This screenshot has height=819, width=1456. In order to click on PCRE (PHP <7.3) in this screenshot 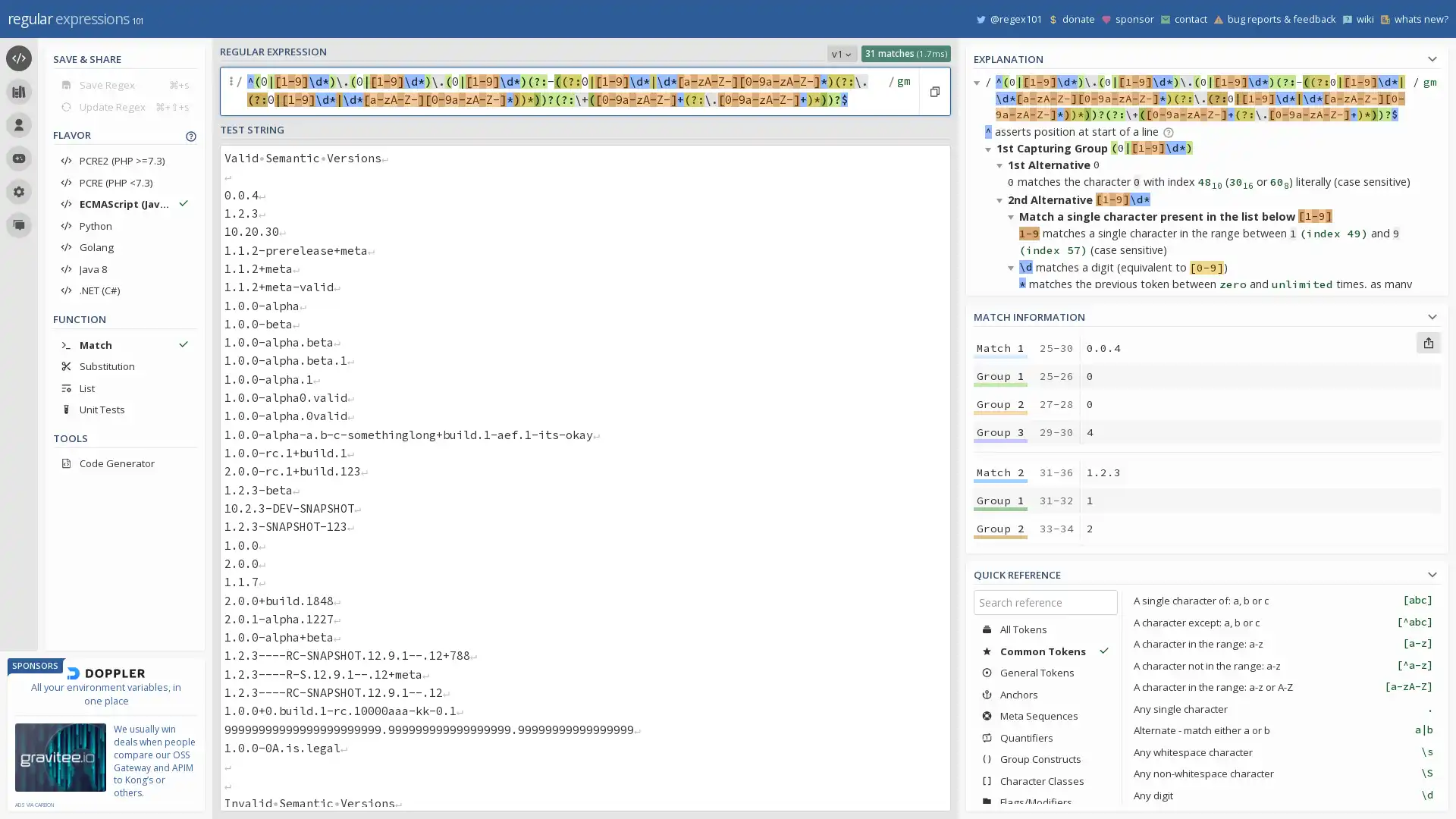, I will do `click(124, 181)`.